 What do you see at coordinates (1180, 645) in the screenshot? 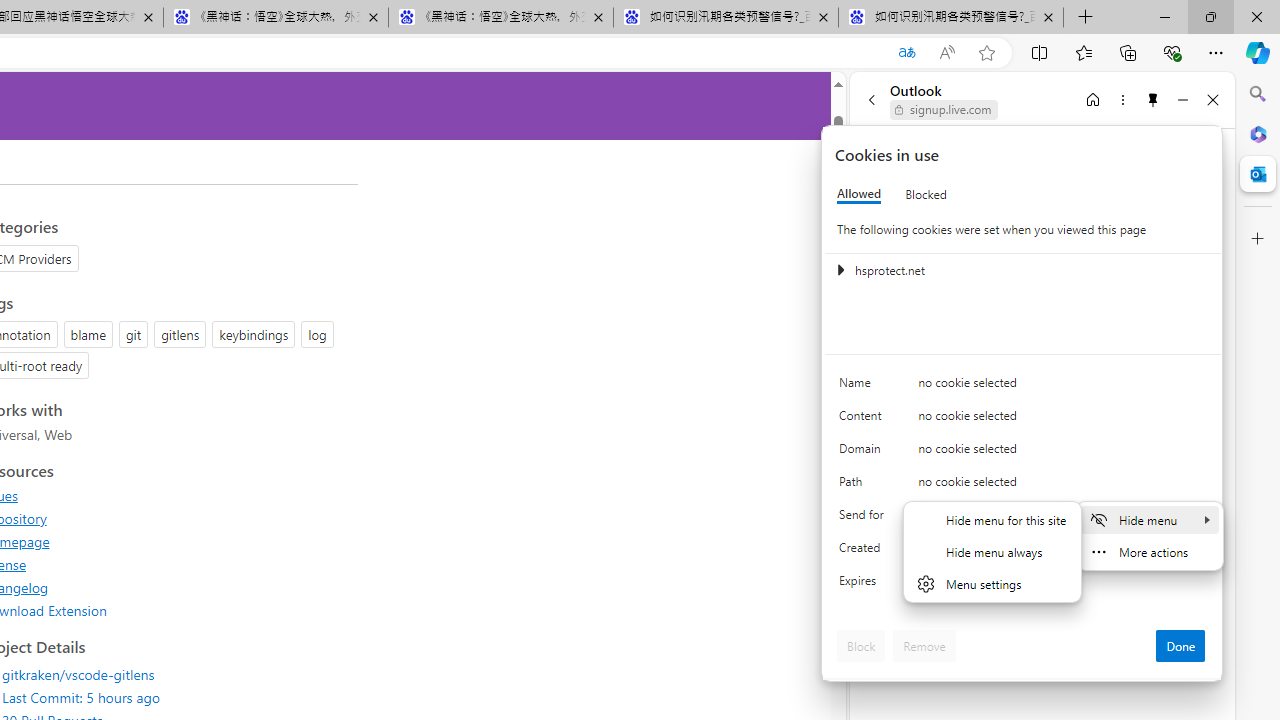
I see `'Done'` at bounding box center [1180, 645].